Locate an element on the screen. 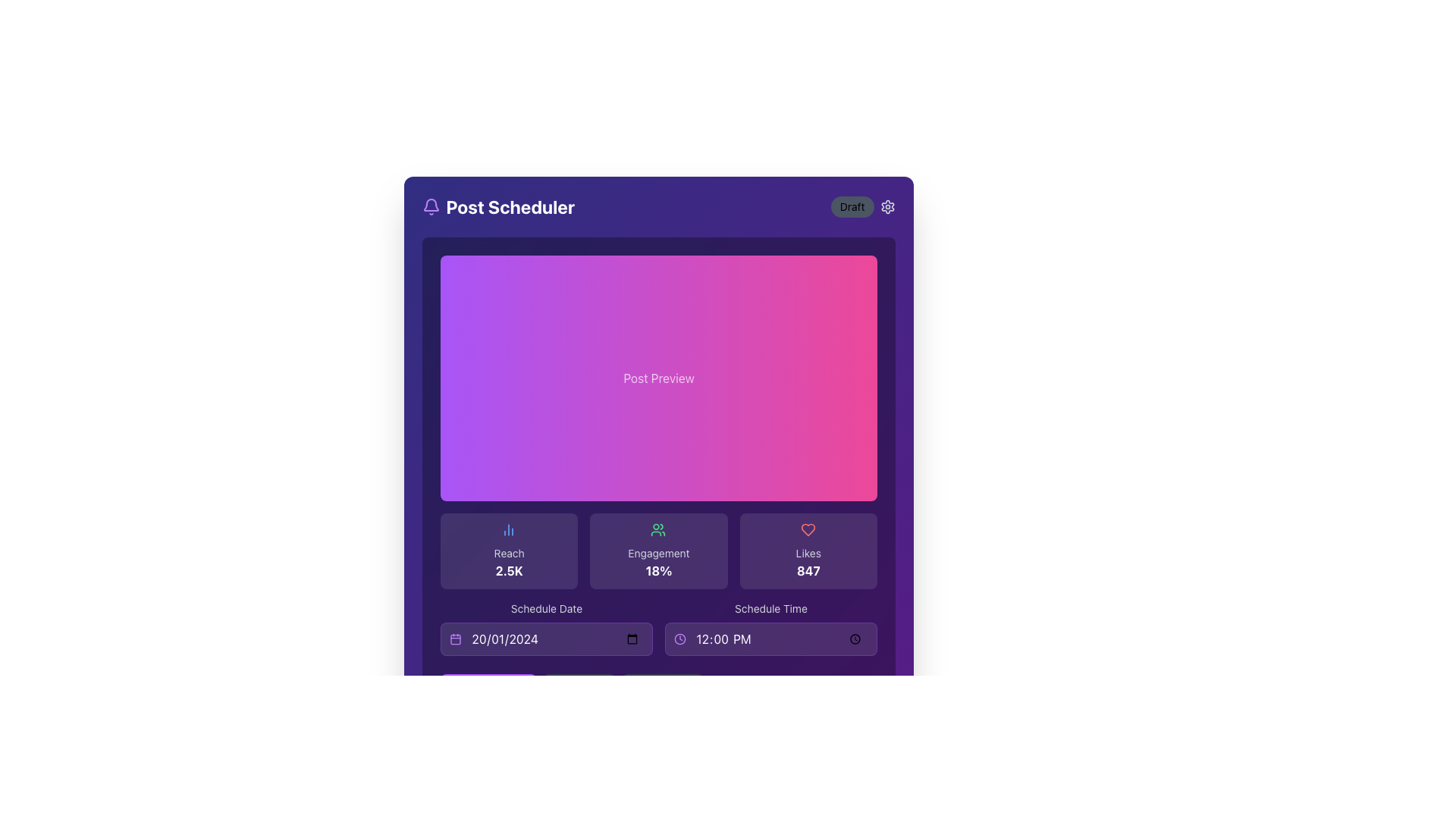 This screenshot has width=1456, height=819. the engagement card displaying '18%' with a purple background and a green person icon, located in the second column of three cards is located at coordinates (658, 551).